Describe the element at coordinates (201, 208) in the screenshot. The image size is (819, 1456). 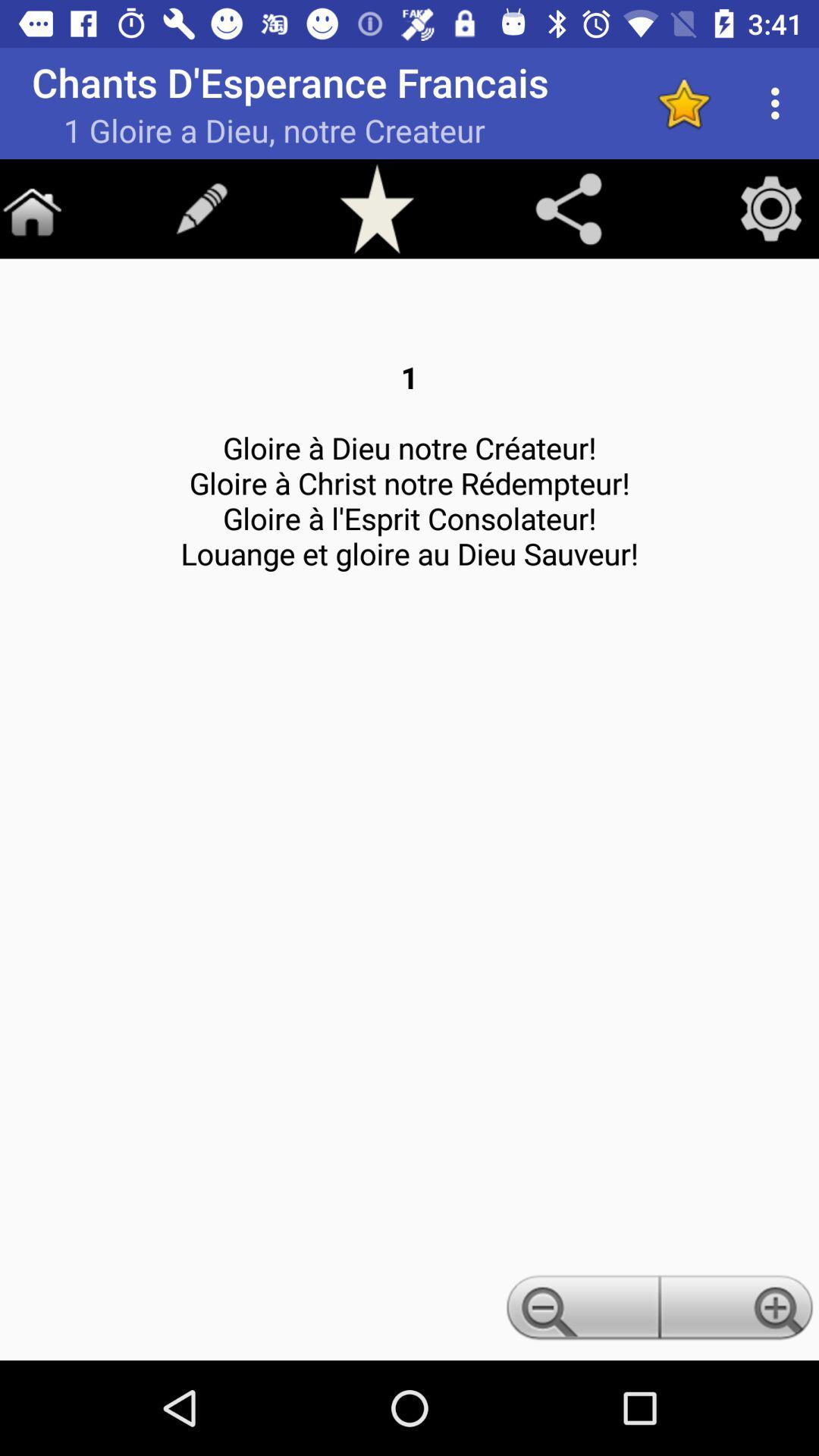
I see `the edit icon` at that location.